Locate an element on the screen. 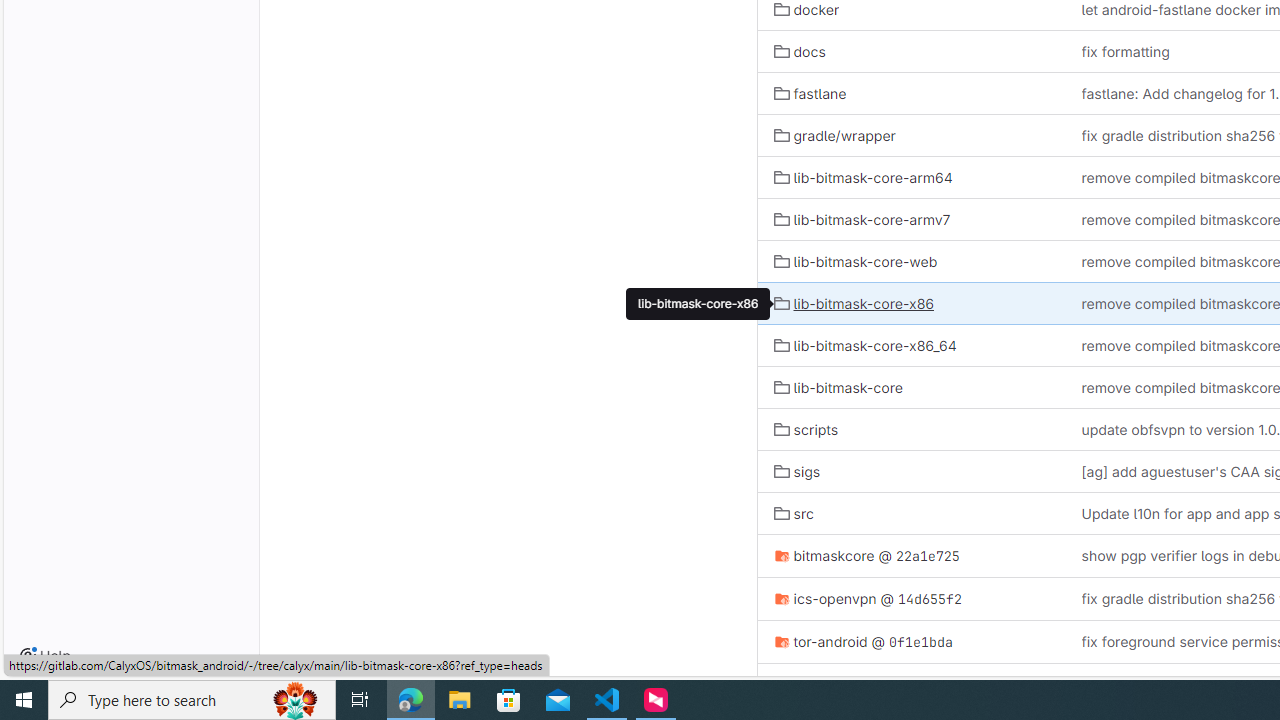 The height and width of the screenshot is (720, 1280). 'lib-bitmask-core' is located at coordinates (837, 387).